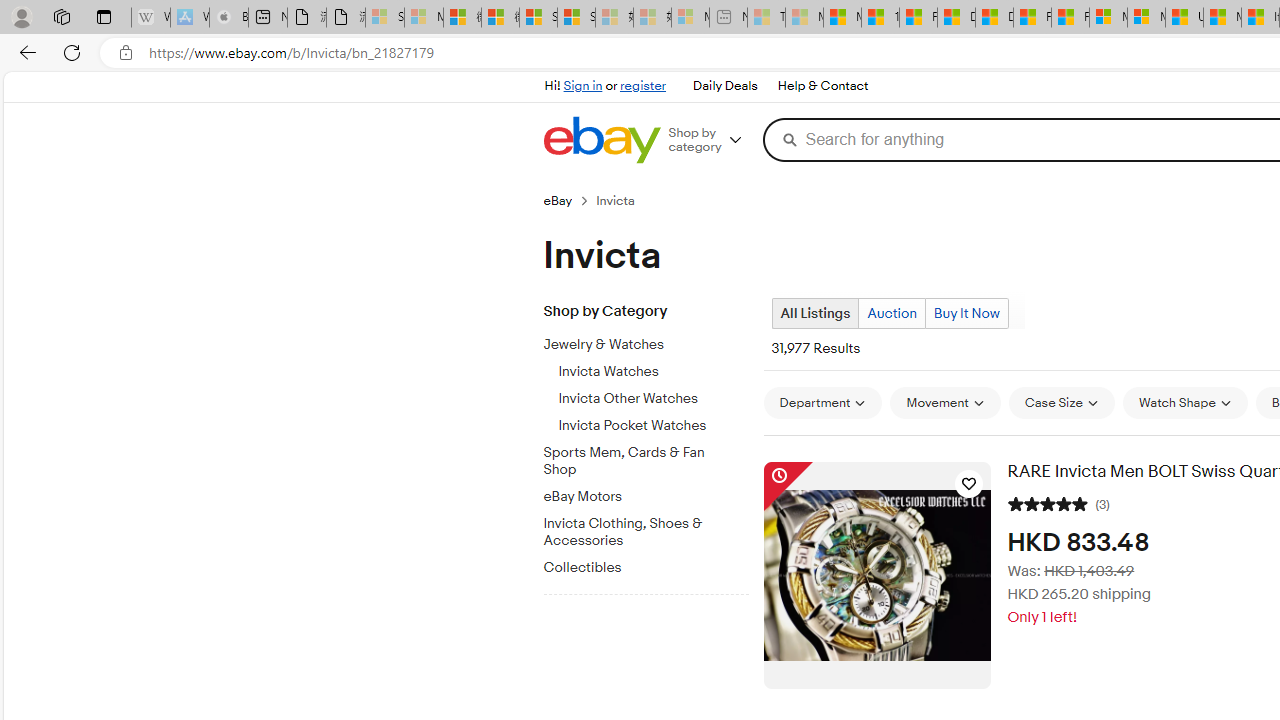 The image size is (1280, 720). Describe the element at coordinates (422, 17) in the screenshot. I see `'Microsoft Services Agreement - Sleeping'` at that location.